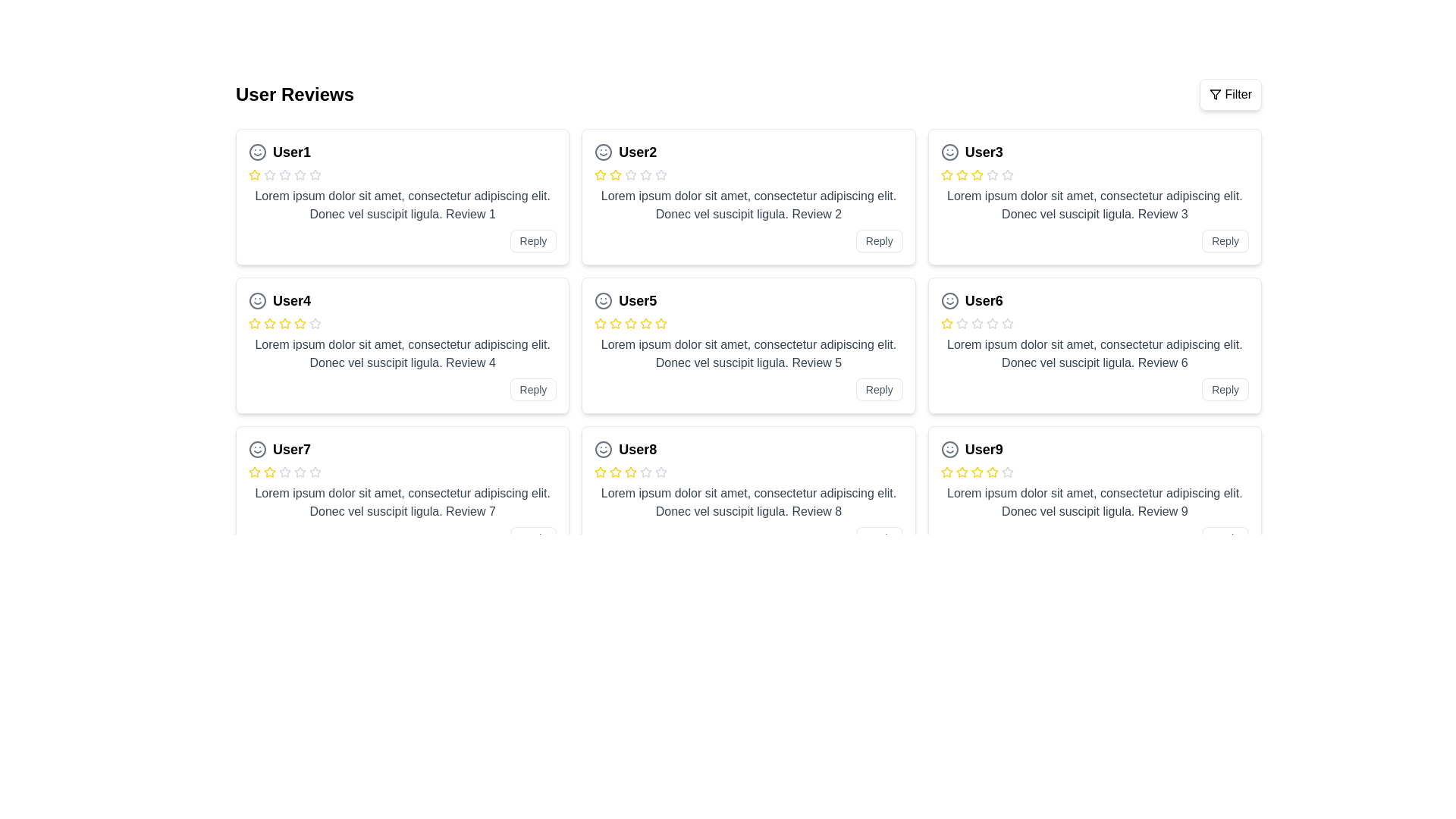 Image resolution: width=1456 pixels, height=819 pixels. I want to click on the first yellow outlined star icon in the rating row of the review card for User8 to rate it, so click(600, 472).